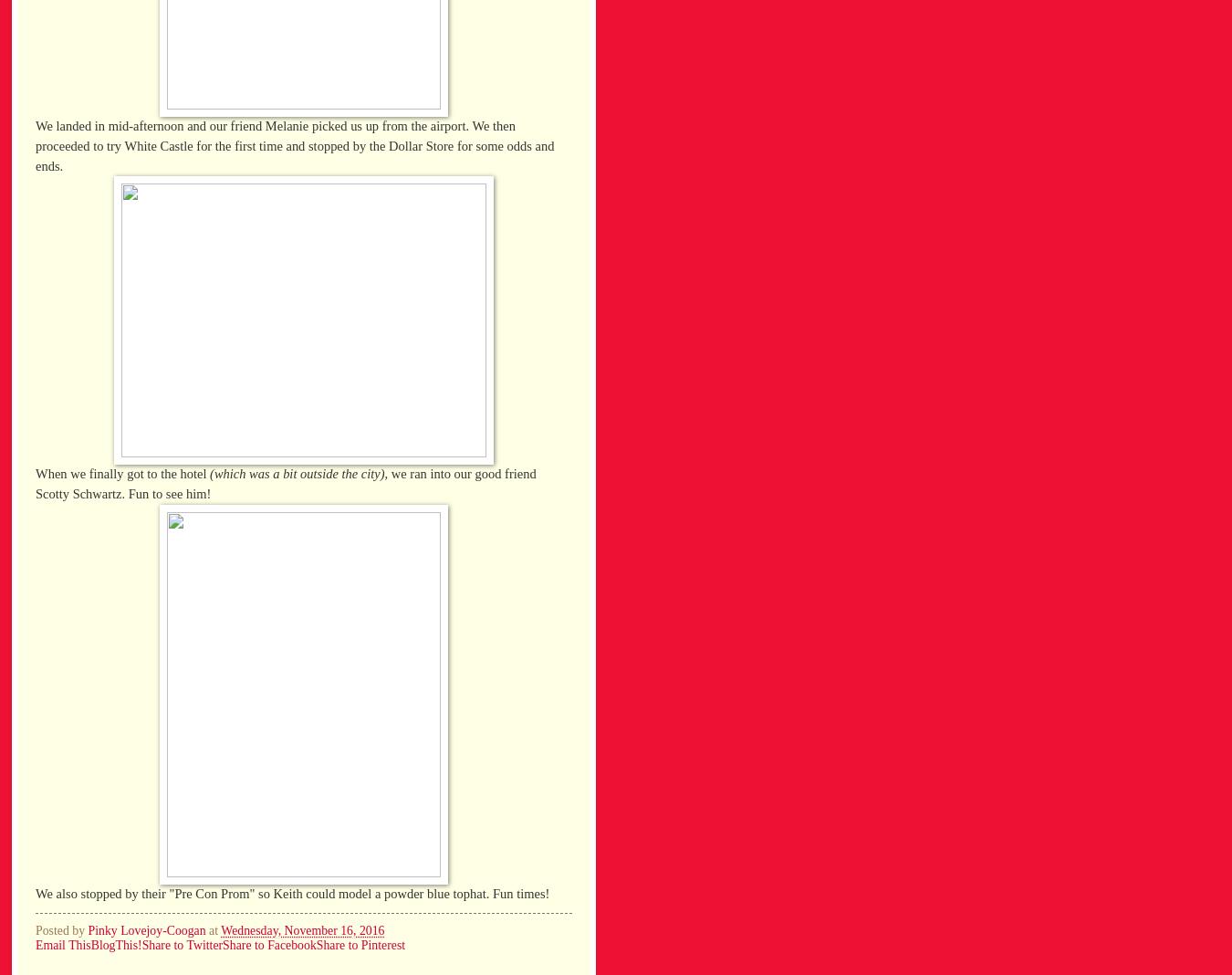  What do you see at coordinates (61, 945) in the screenshot?
I see `'Email This'` at bounding box center [61, 945].